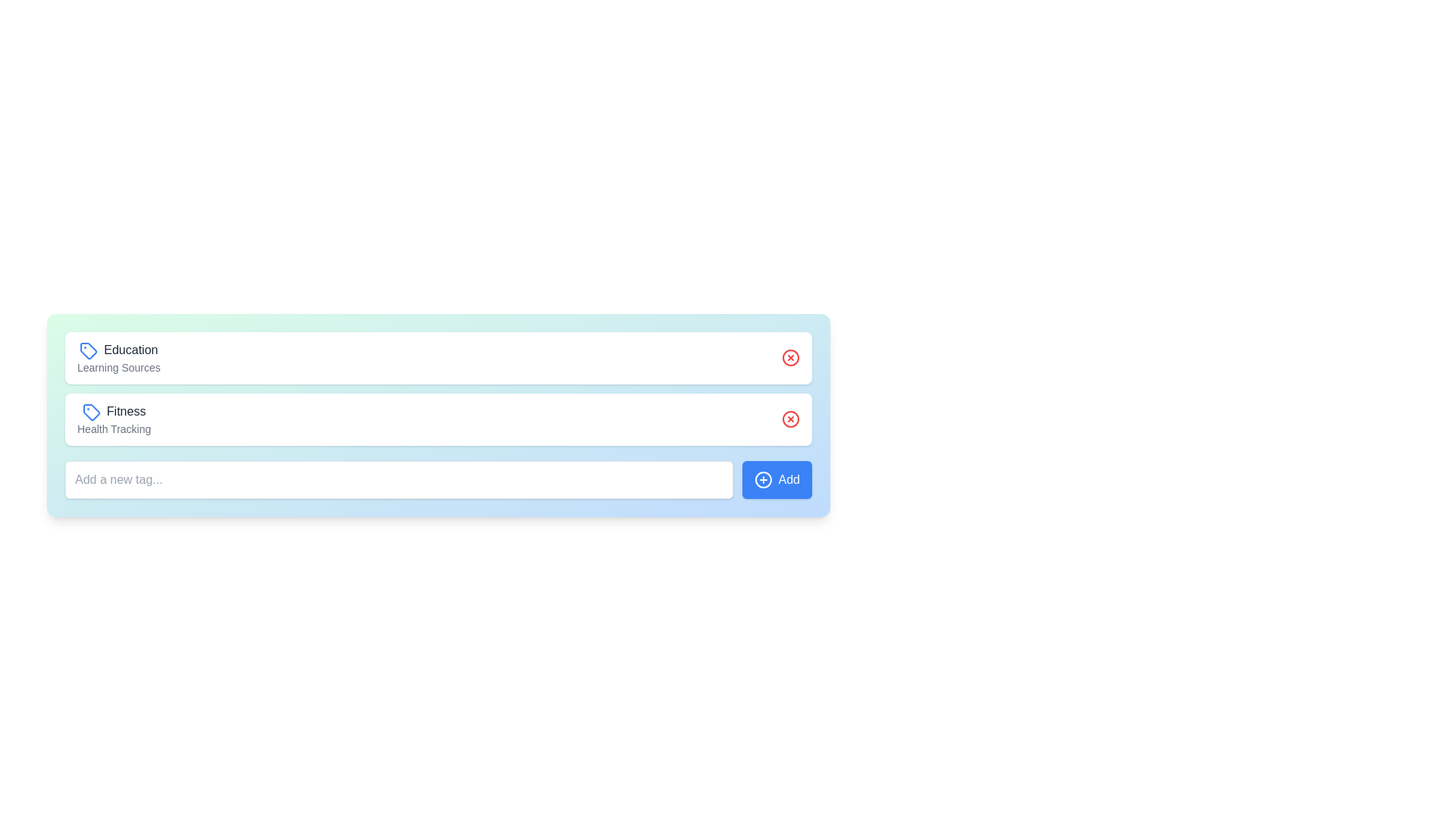 This screenshot has height=819, width=1456. What do you see at coordinates (130, 350) in the screenshot?
I see `the static text label that identifies the associated category or topic, located to the immediate right of the blue tag icon within the first tag entry` at bounding box center [130, 350].